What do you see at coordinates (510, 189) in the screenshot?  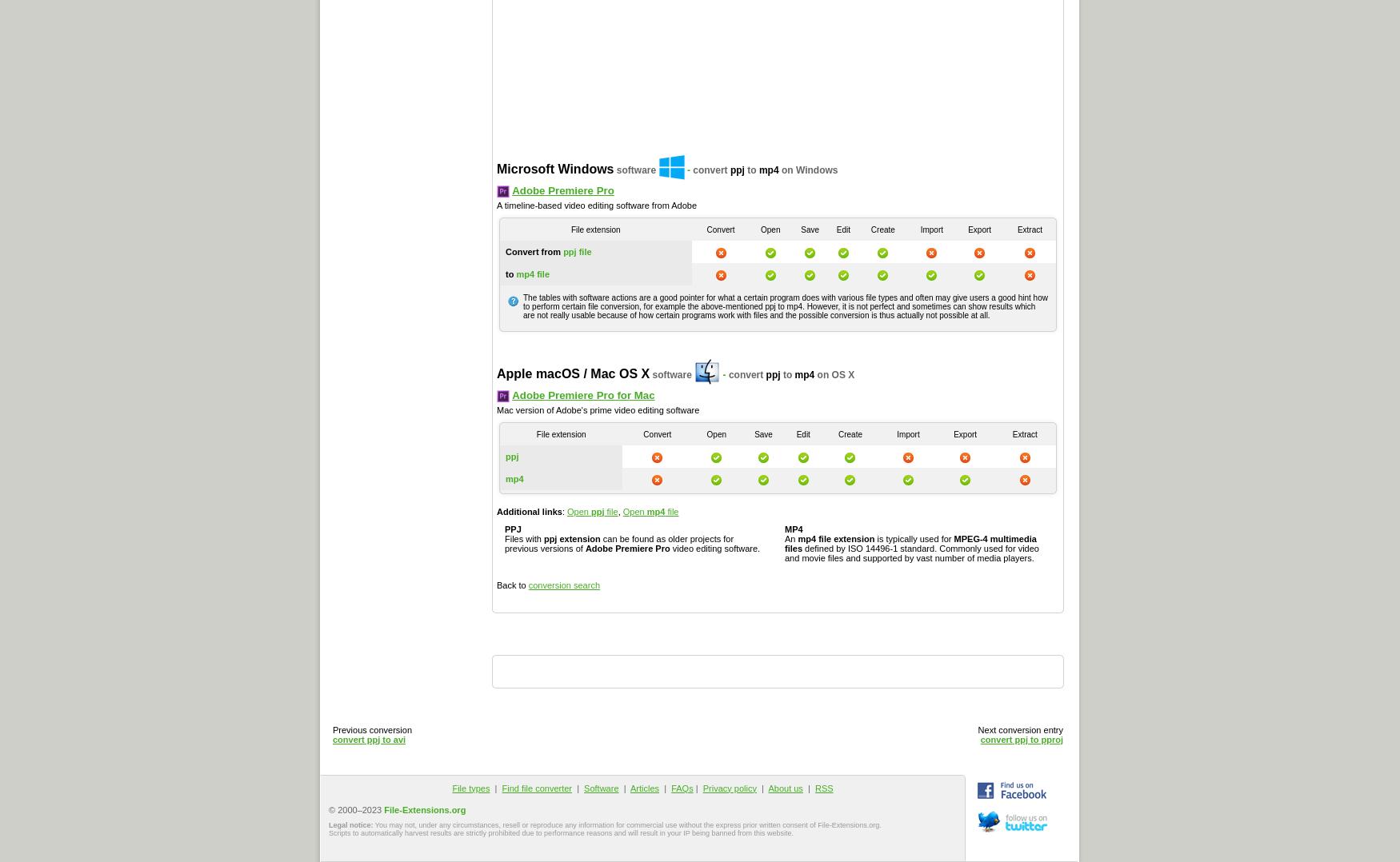 I see `'Adobe Premiere Pro'` at bounding box center [510, 189].